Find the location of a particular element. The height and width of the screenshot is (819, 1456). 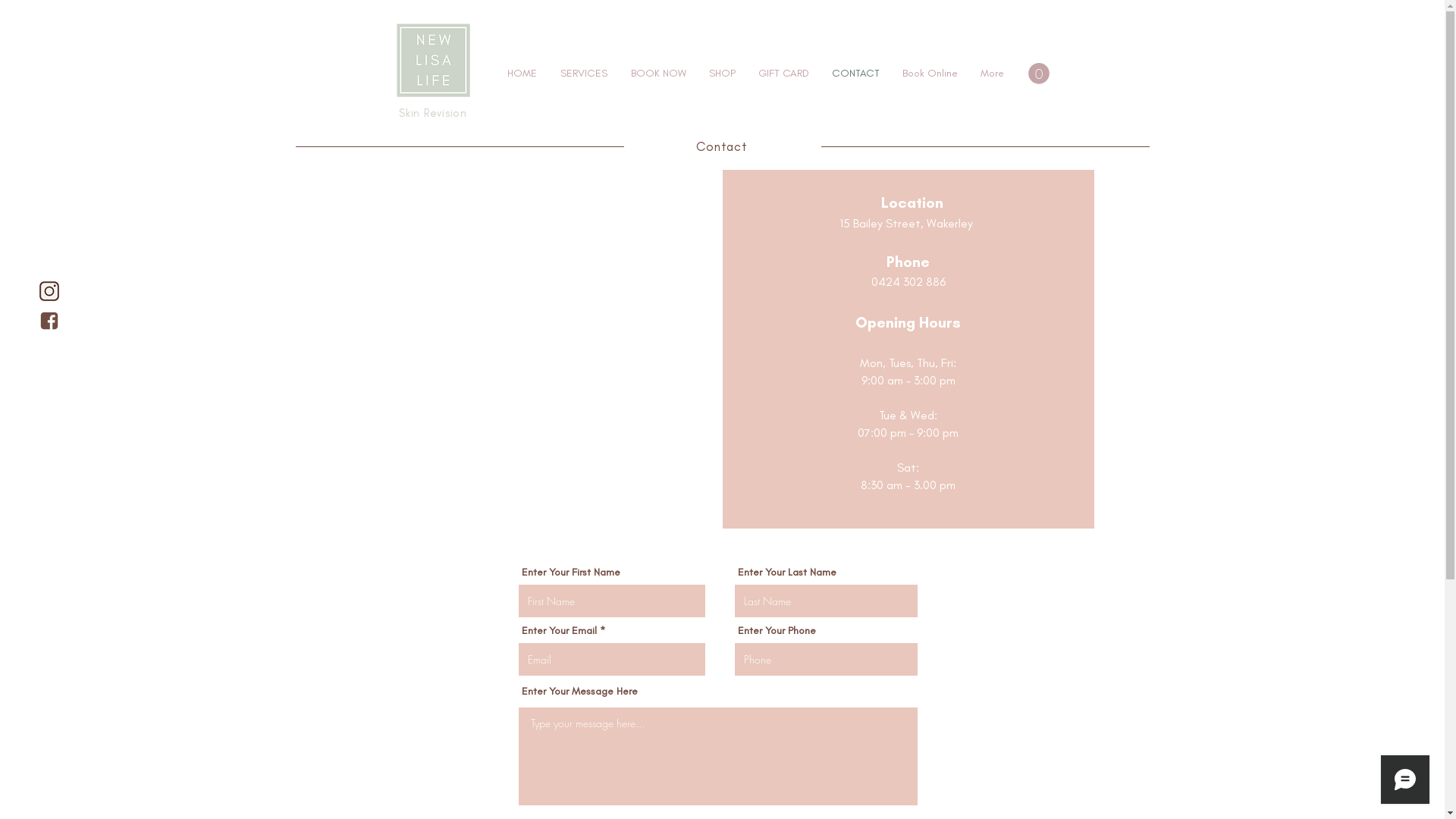

'HOME' is located at coordinates (495, 73).